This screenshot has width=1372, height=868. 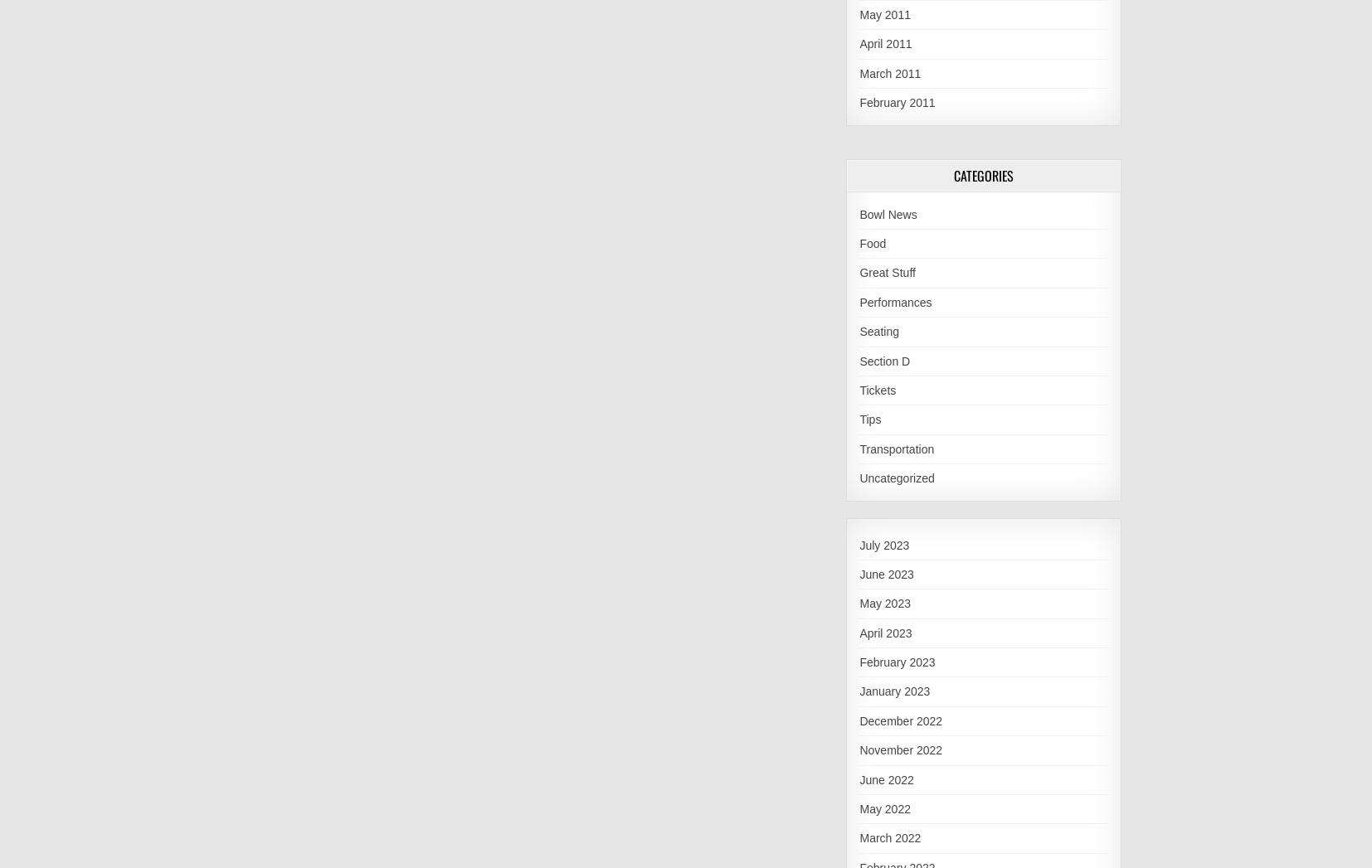 What do you see at coordinates (878, 330) in the screenshot?
I see `'Seating'` at bounding box center [878, 330].